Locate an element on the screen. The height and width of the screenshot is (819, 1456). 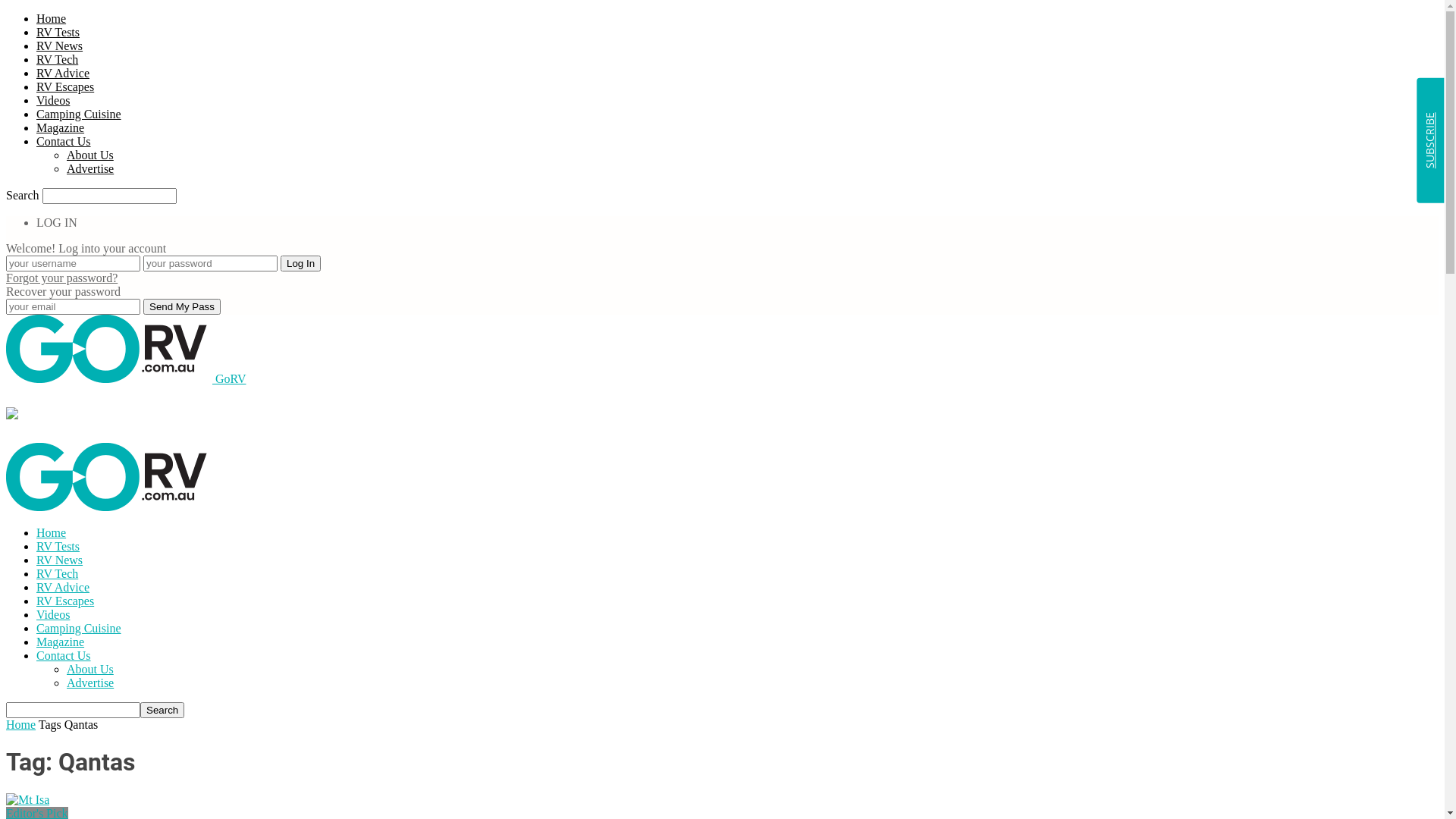
'About Us' is located at coordinates (89, 155).